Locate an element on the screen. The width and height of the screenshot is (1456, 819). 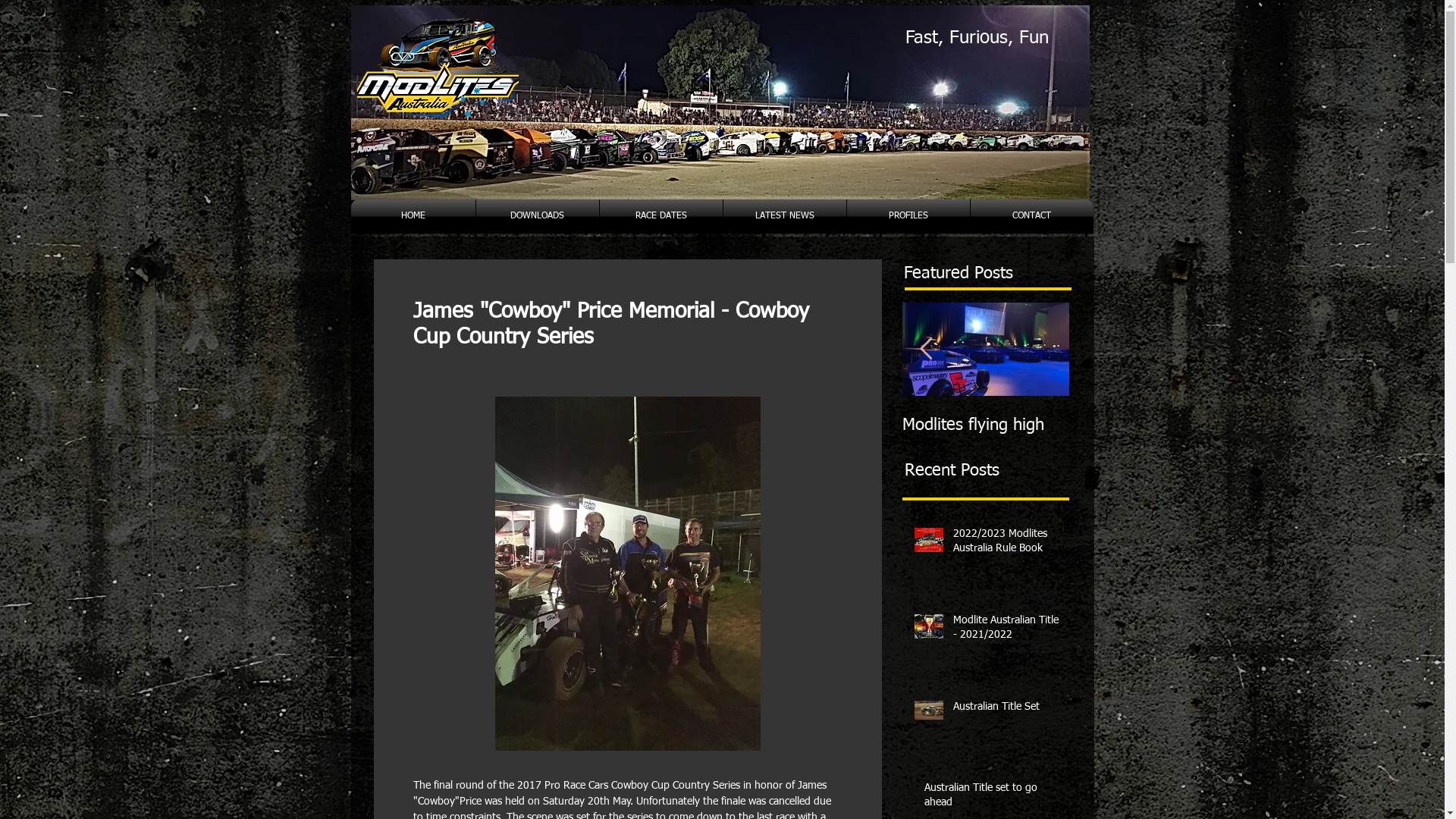
'LATEST NEWS' is located at coordinates (785, 216).